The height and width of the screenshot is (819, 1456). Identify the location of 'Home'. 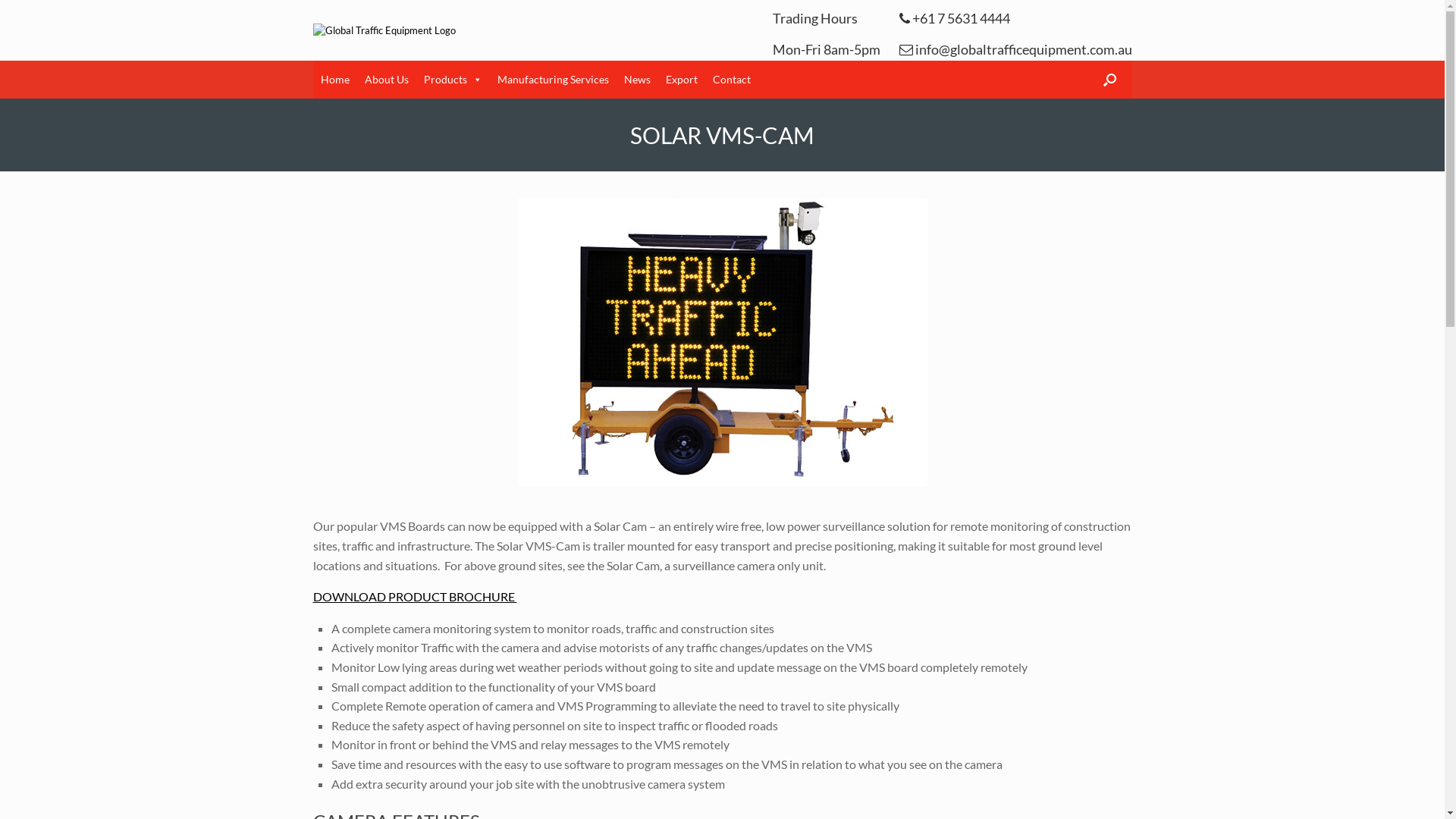
(334, 79).